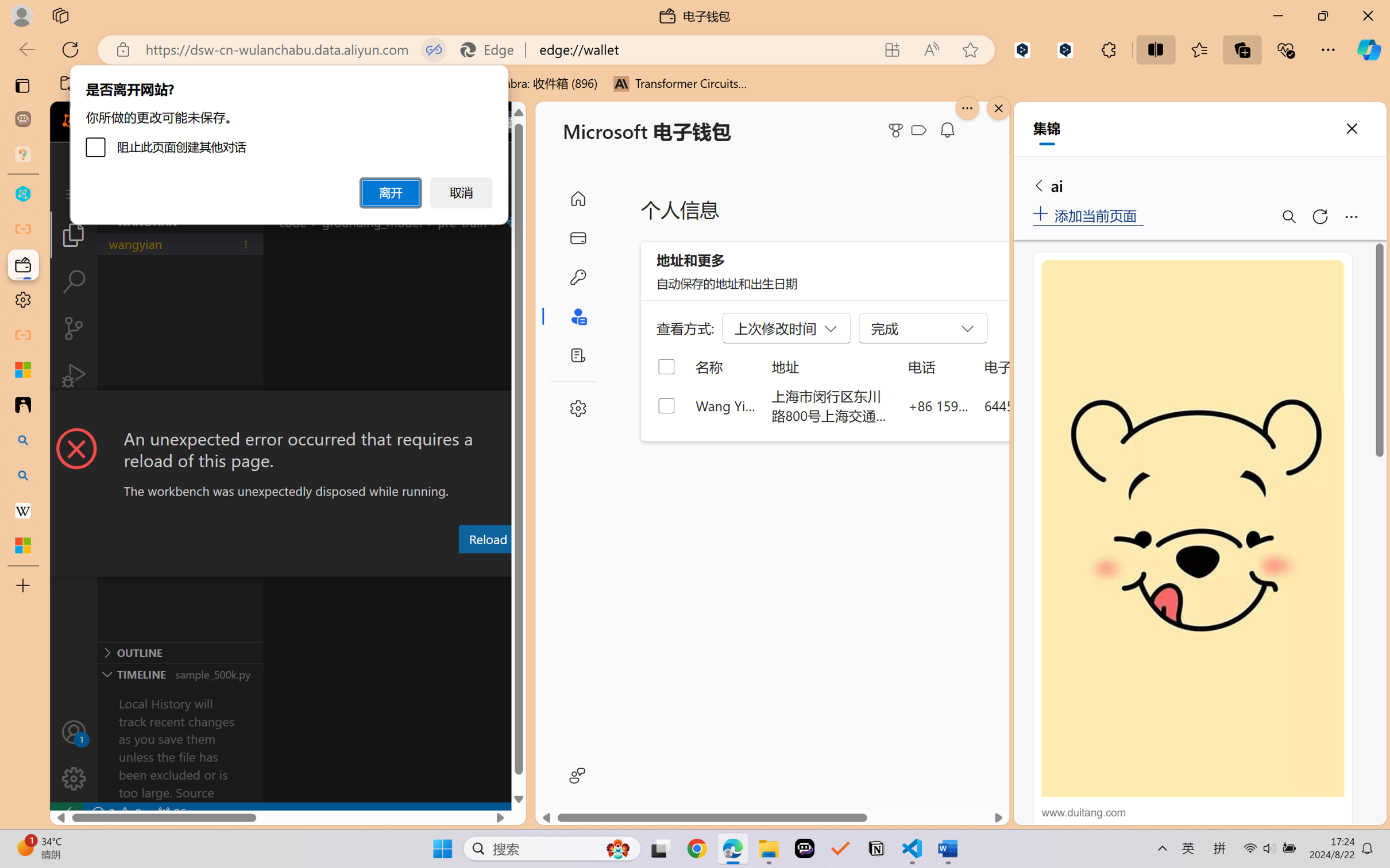 This screenshot has width=1390, height=868. I want to click on 'Run and Debug (Ctrl+Shift+D)', so click(73, 375).